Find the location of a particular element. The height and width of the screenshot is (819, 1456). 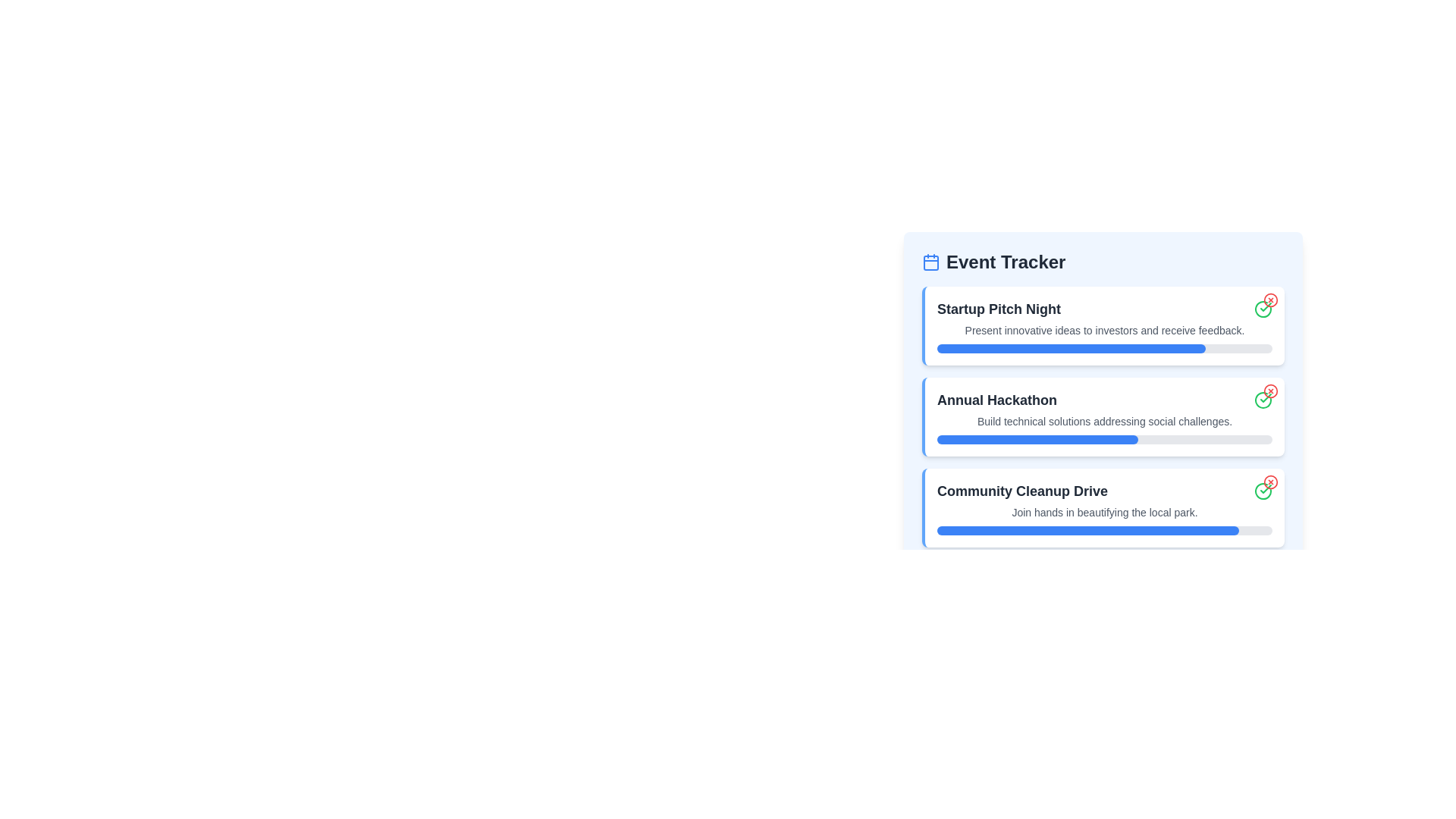

event details displayed on the 'Annual Hackathon' card, which is the second card in a vertical list of three similar cards is located at coordinates (1103, 417).